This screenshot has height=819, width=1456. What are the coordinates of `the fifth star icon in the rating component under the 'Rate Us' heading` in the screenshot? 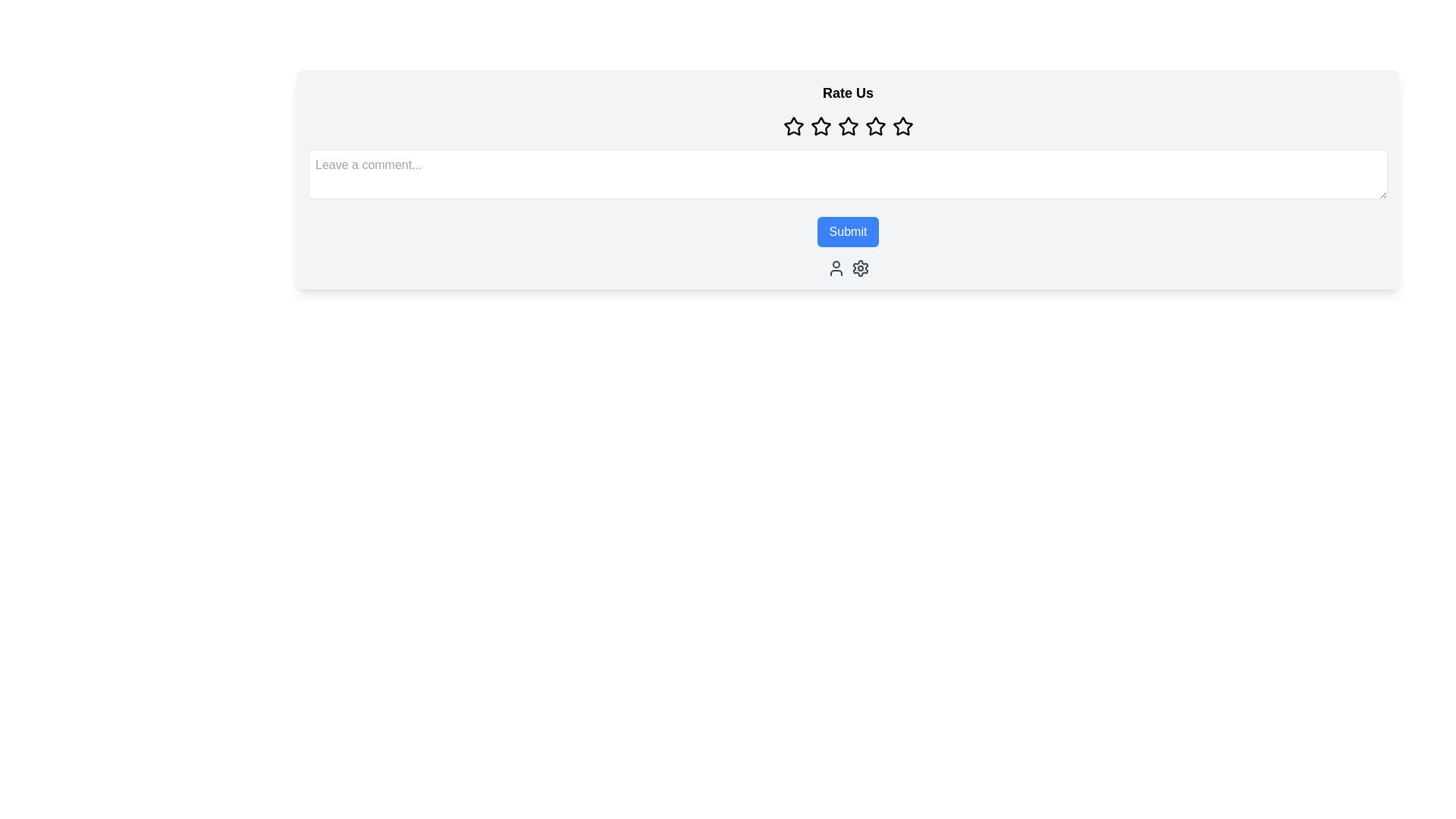 It's located at (902, 125).